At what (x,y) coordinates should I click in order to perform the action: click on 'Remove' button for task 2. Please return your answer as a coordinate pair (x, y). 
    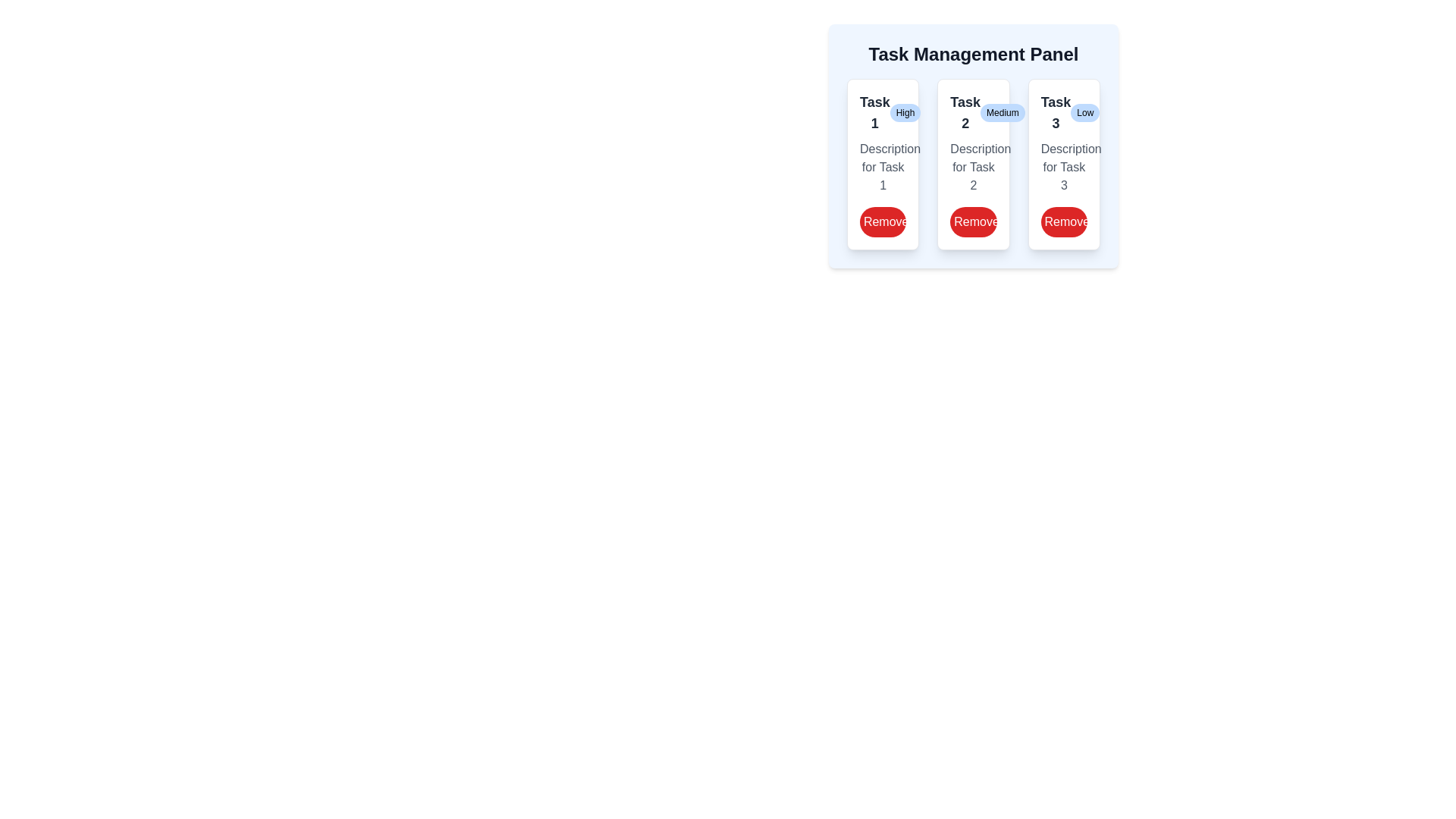
    Looking at the image, I should click on (973, 222).